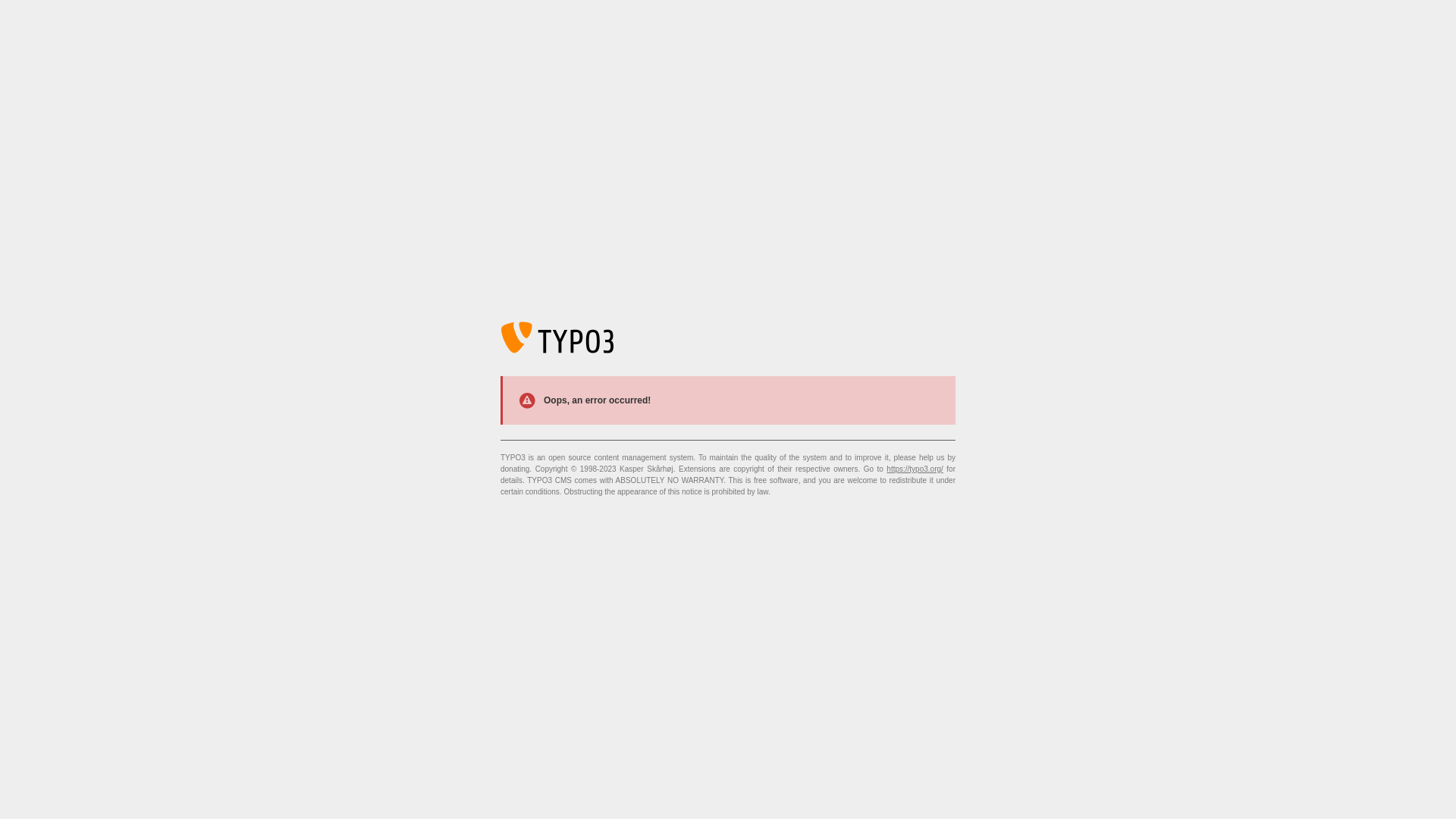 The image size is (1456, 819). What do you see at coordinates (914, 468) in the screenshot?
I see `'https://typo3.org/'` at bounding box center [914, 468].